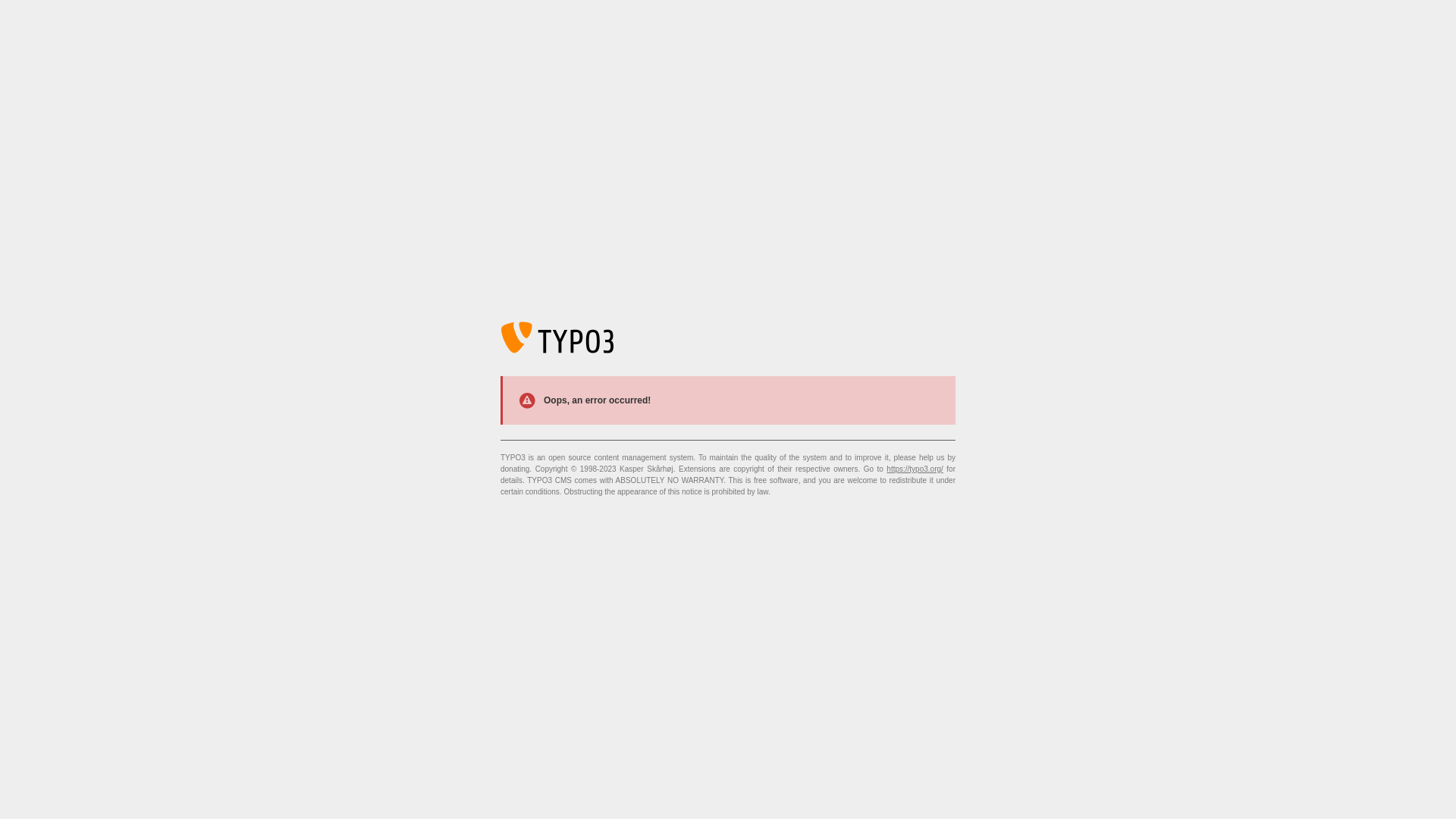 The image size is (1456, 819). What do you see at coordinates (914, 468) in the screenshot?
I see `'https://typo3.org/'` at bounding box center [914, 468].